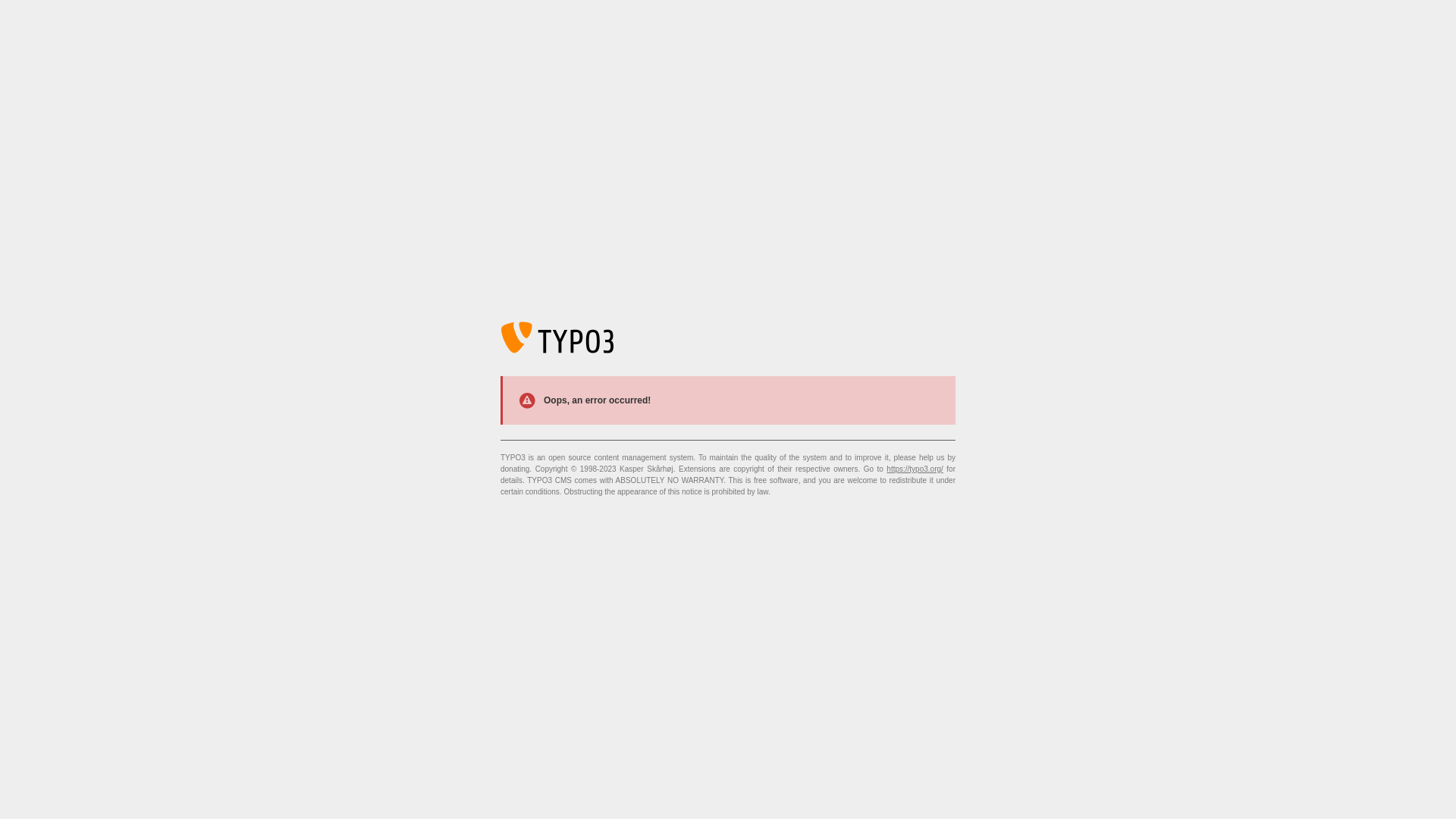 The image size is (1456, 819). What do you see at coordinates (914, 468) in the screenshot?
I see `'https://typo3.org/'` at bounding box center [914, 468].